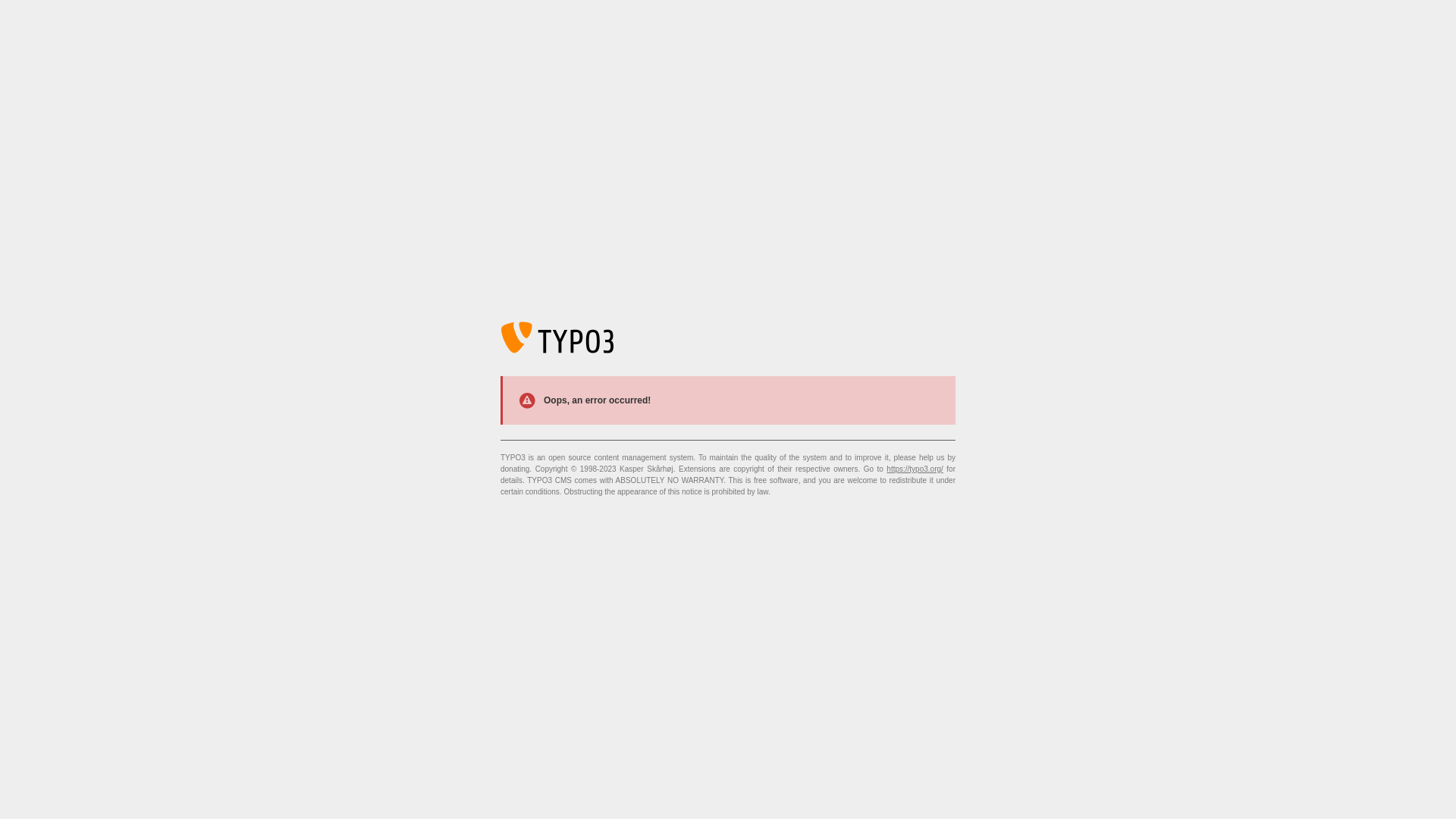 The image size is (1456, 819). What do you see at coordinates (914, 468) in the screenshot?
I see `'https://typo3.org/'` at bounding box center [914, 468].